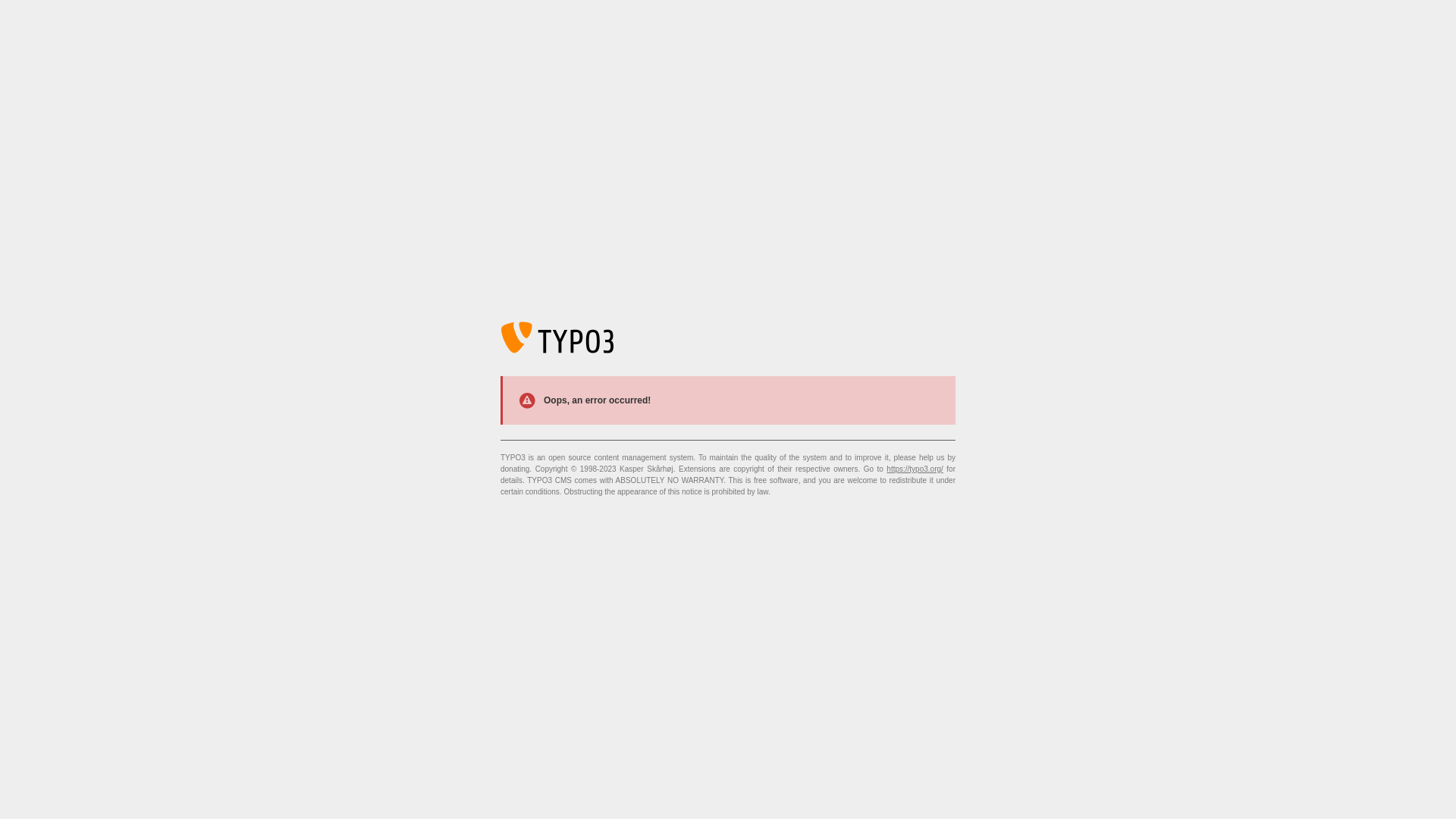 The image size is (1456, 819). What do you see at coordinates (914, 468) in the screenshot?
I see `'https://typo3.org/'` at bounding box center [914, 468].